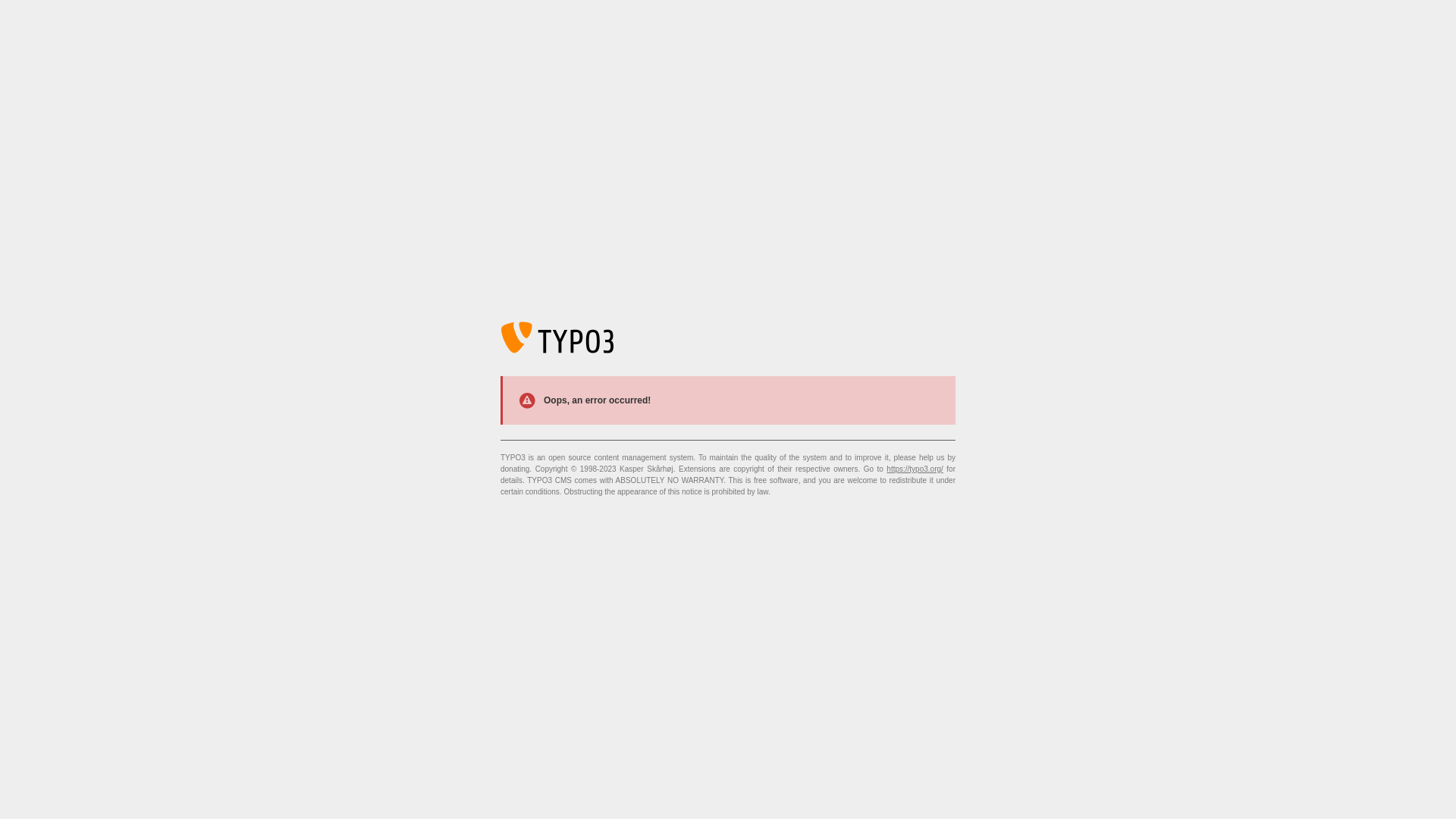 The image size is (1456, 819). What do you see at coordinates (914, 468) in the screenshot?
I see `'https://typo3.org/'` at bounding box center [914, 468].